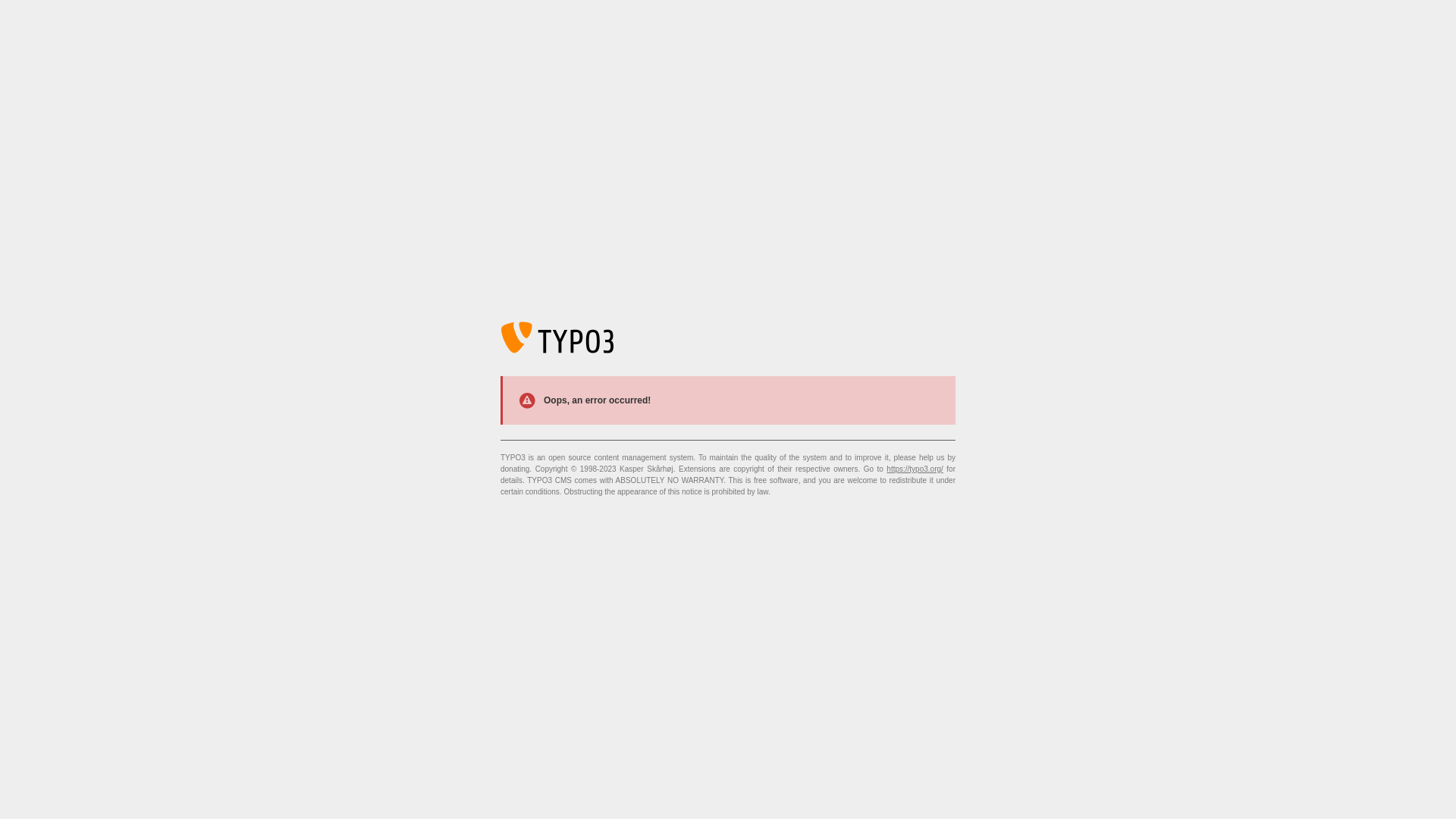 The image size is (1456, 819). What do you see at coordinates (914, 468) in the screenshot?
I see `'https://typo3.org/'` at bounding box center [914, 468].